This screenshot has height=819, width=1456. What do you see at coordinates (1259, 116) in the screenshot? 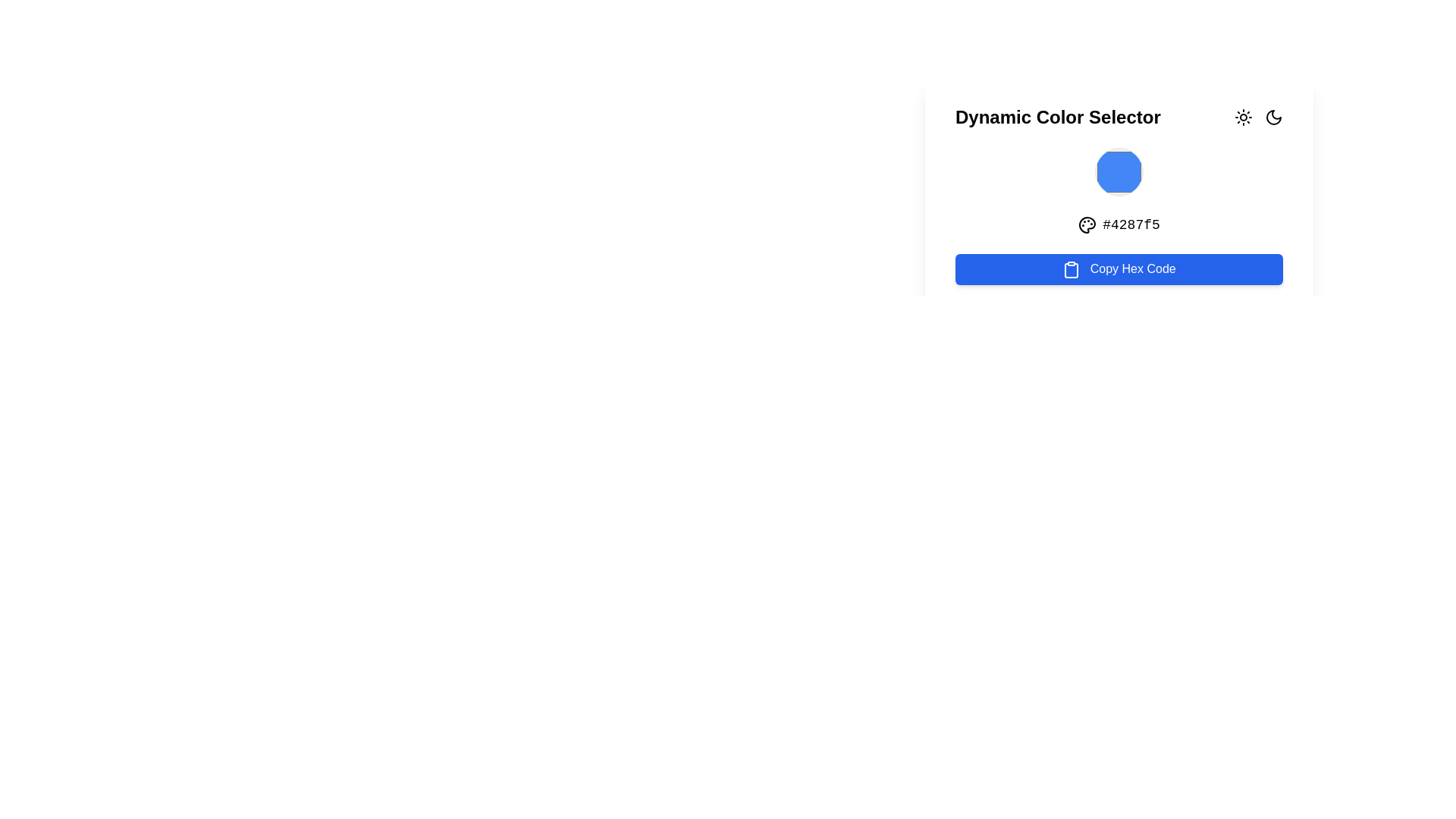
I see `the crescent moon icon in the Icon Group to switch to dark mode` at bounding box center [1259, 116].